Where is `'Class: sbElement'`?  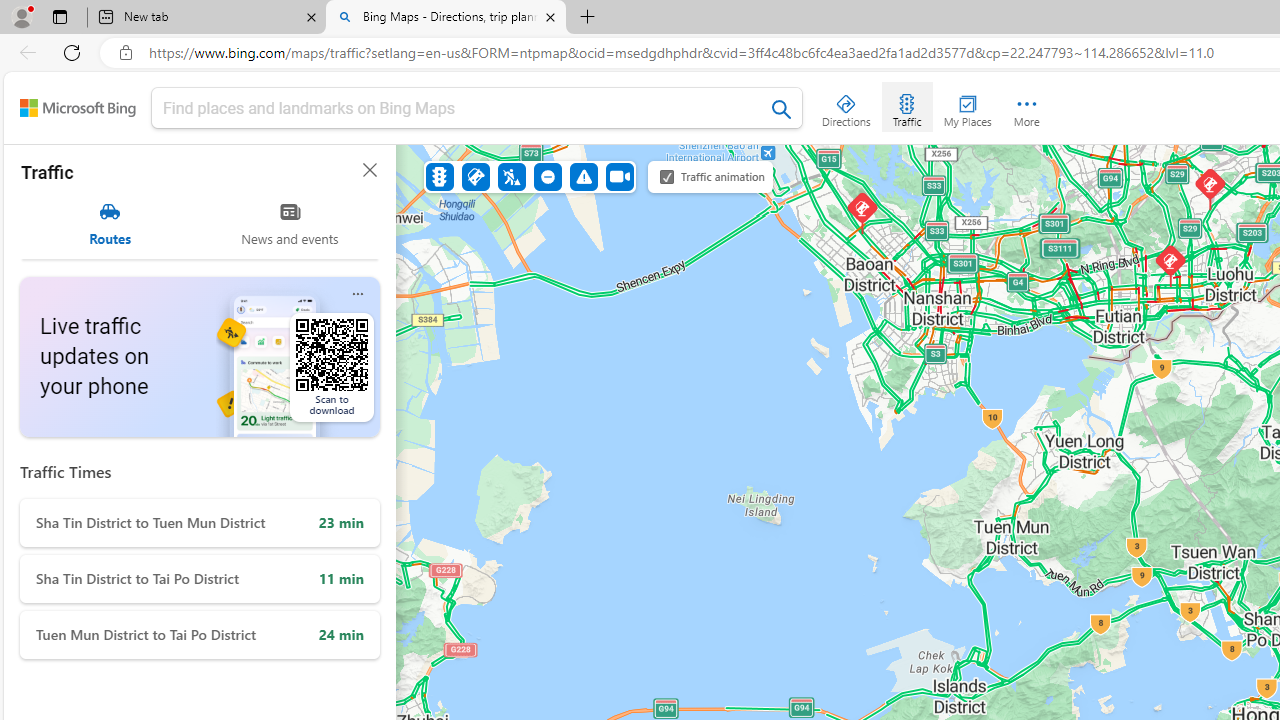 'Class: sbElement' is located at coordinates (78, 108).